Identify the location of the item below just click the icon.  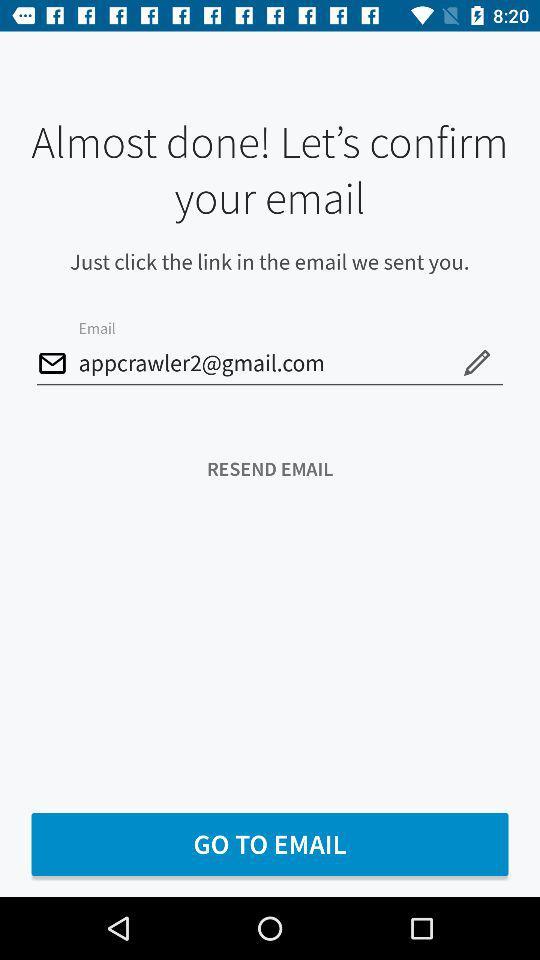
(475, 361).